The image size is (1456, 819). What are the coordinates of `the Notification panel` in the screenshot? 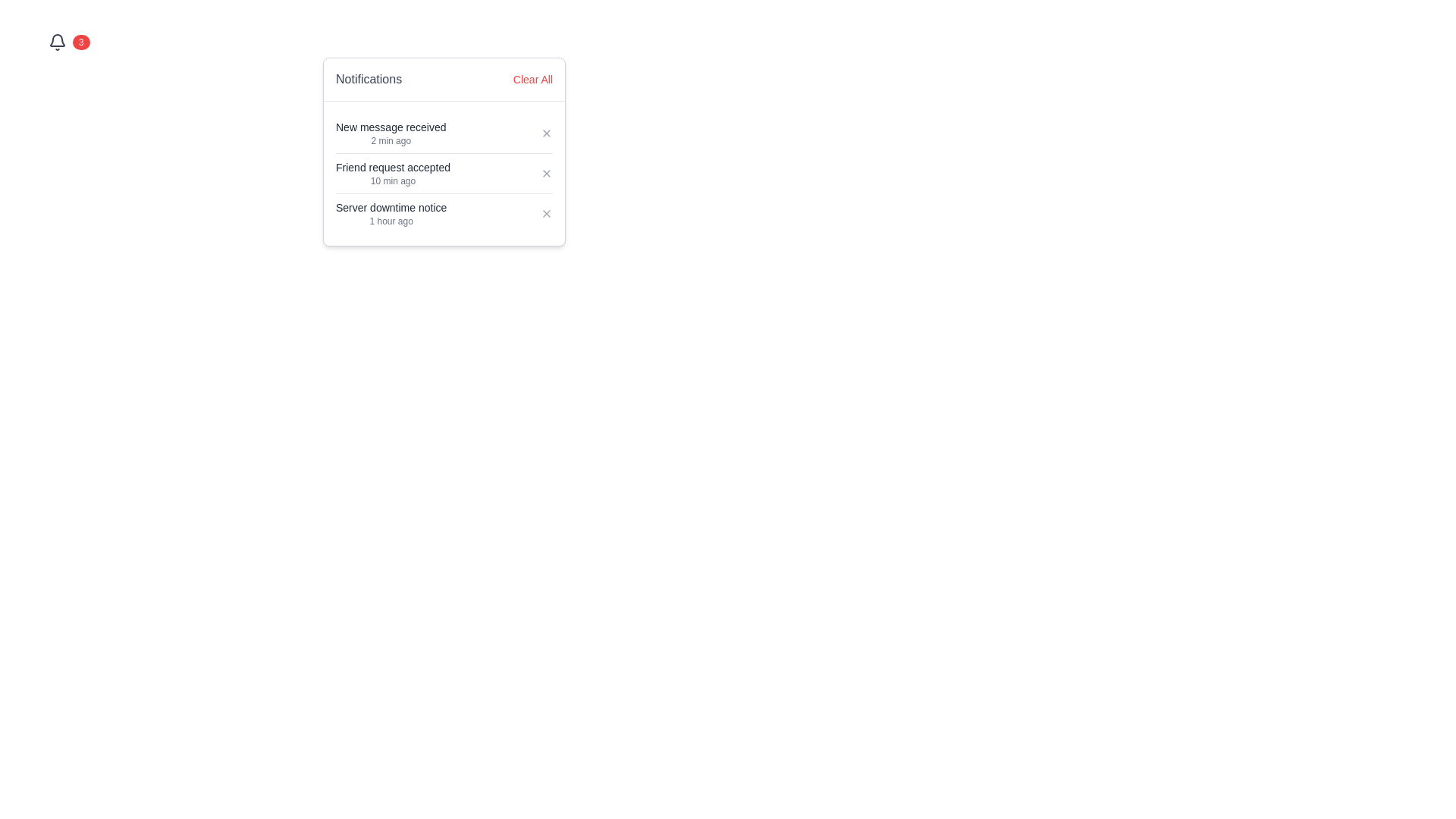 It's located at (443, 152).